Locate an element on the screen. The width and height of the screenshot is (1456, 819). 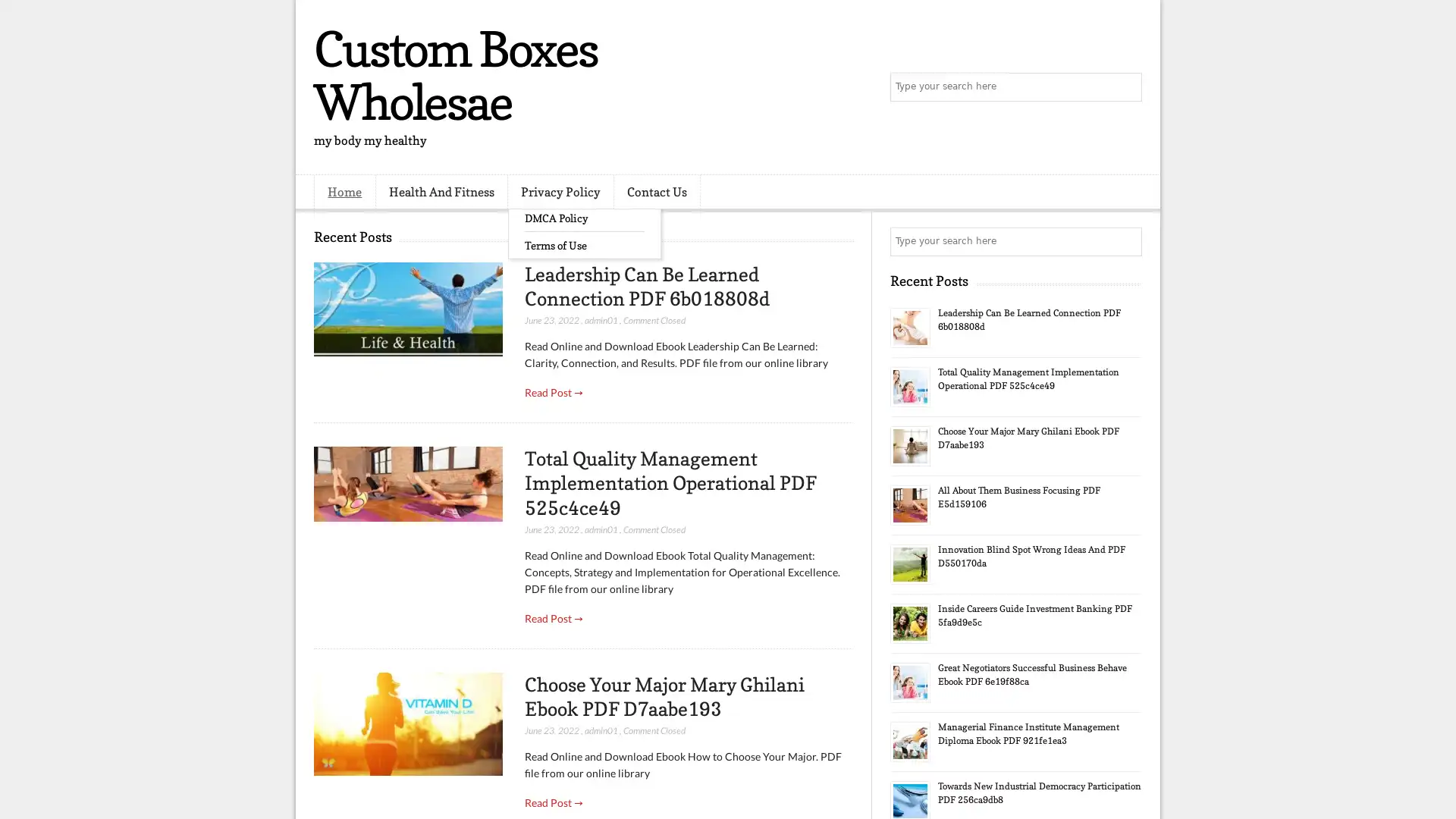
Search is located at coordinates (1126, 241).